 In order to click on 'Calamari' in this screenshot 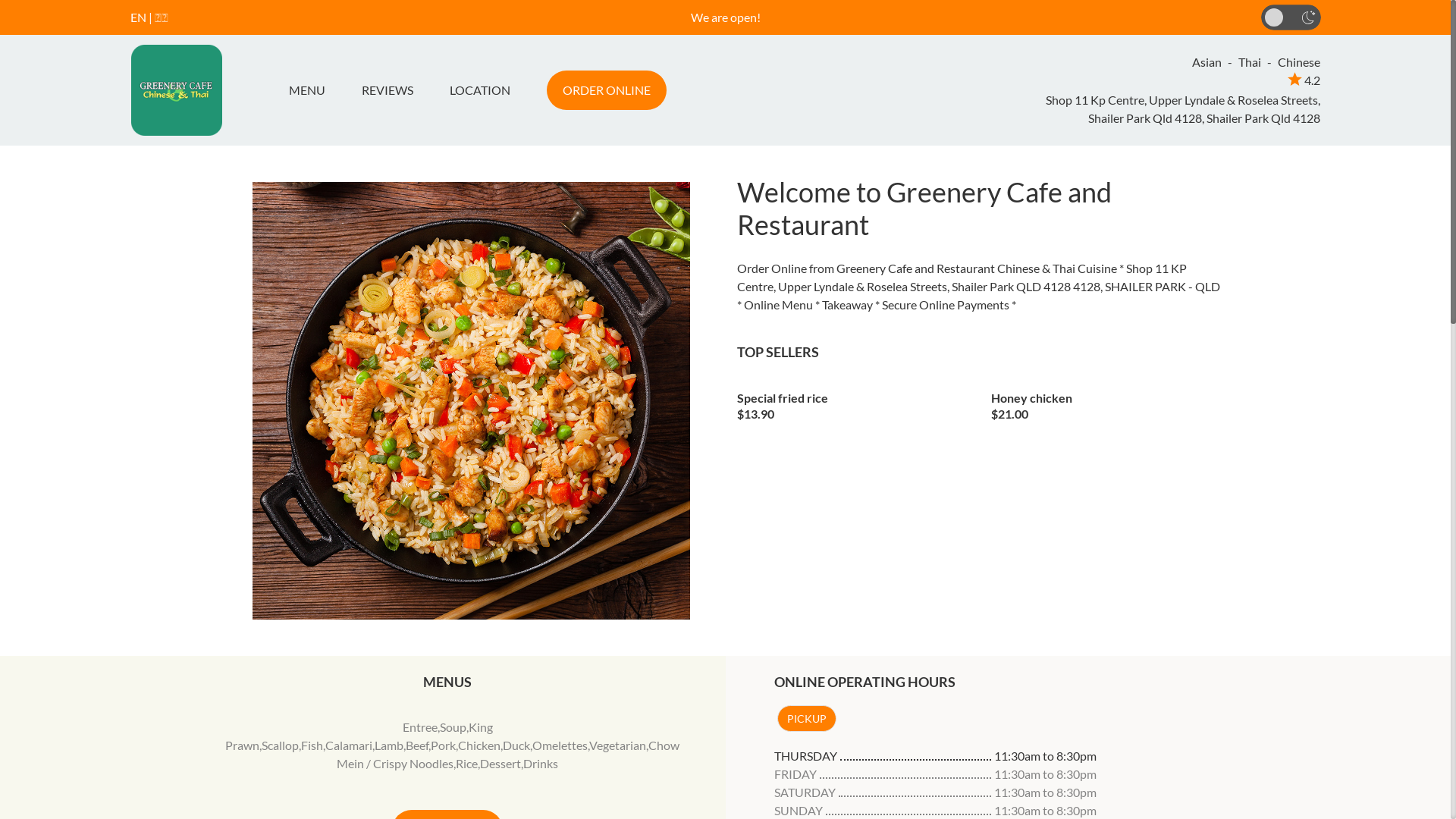, I will do `click(324, 744)`.